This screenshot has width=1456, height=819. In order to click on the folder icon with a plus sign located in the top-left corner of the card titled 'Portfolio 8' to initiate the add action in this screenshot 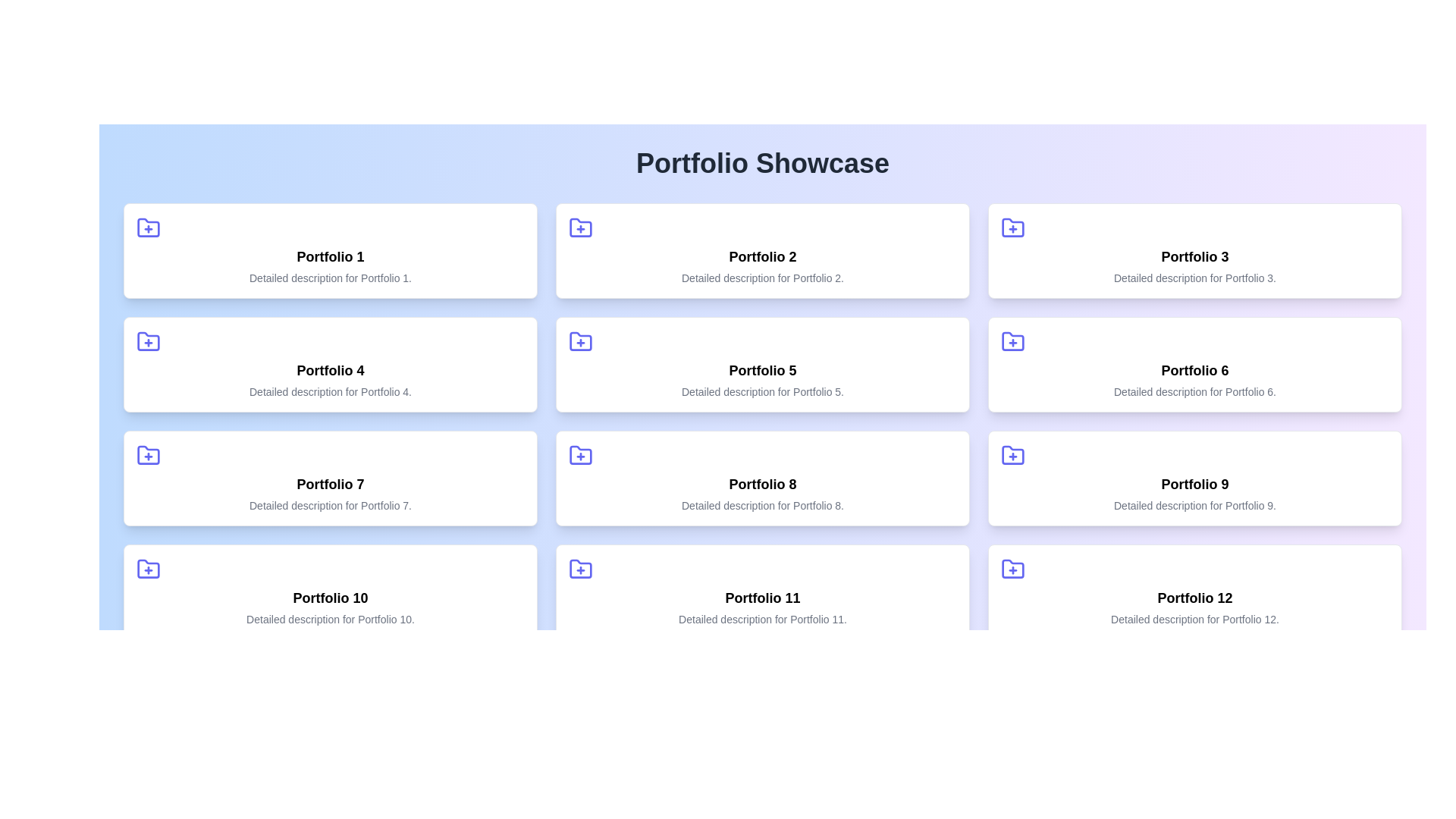, I will do `click(580, 455)`.